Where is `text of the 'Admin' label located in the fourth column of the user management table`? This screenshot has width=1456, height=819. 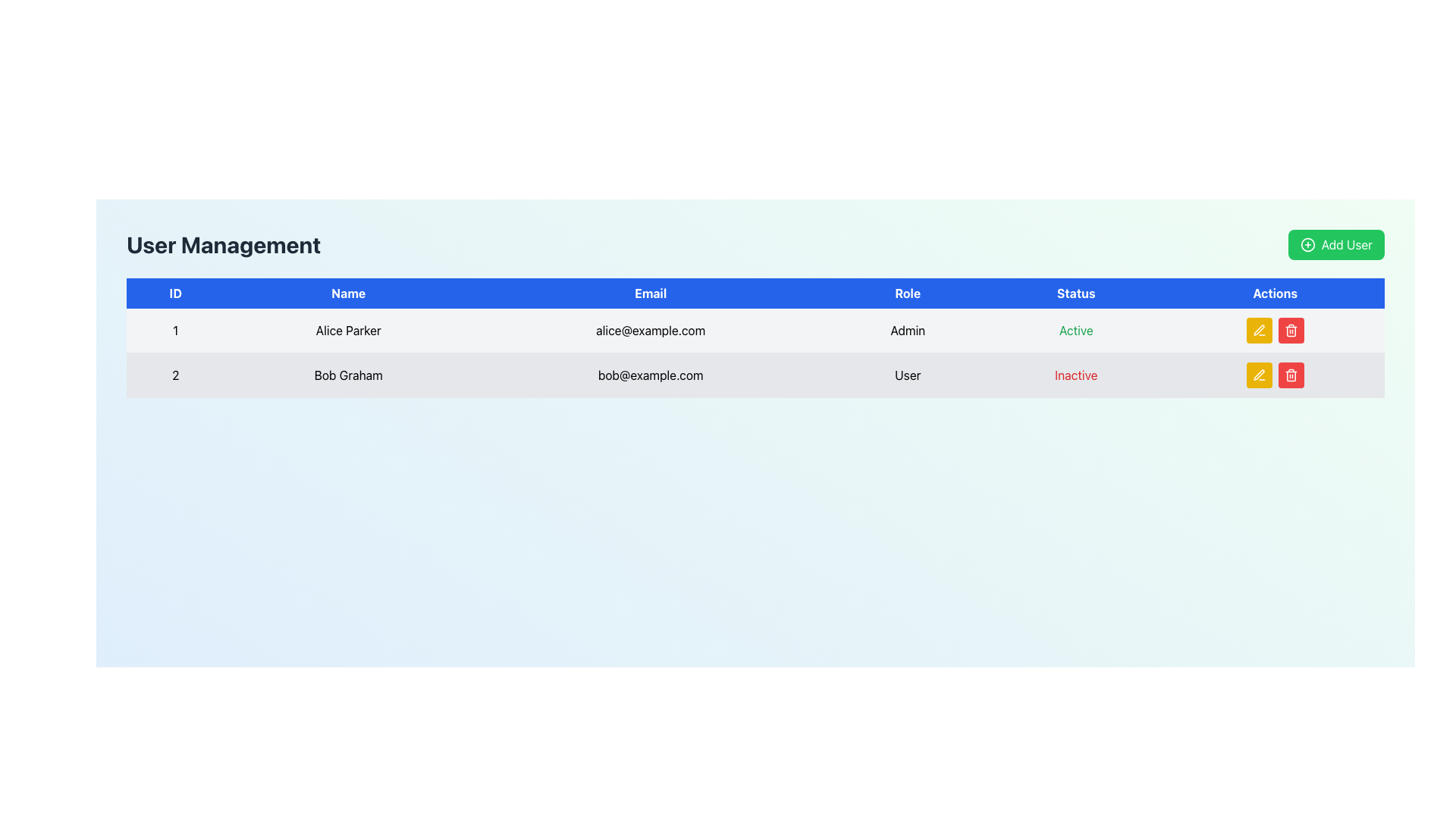
text of the 'Admin' label located in the fourth column of the user management table is located at coordinates (908, 330).